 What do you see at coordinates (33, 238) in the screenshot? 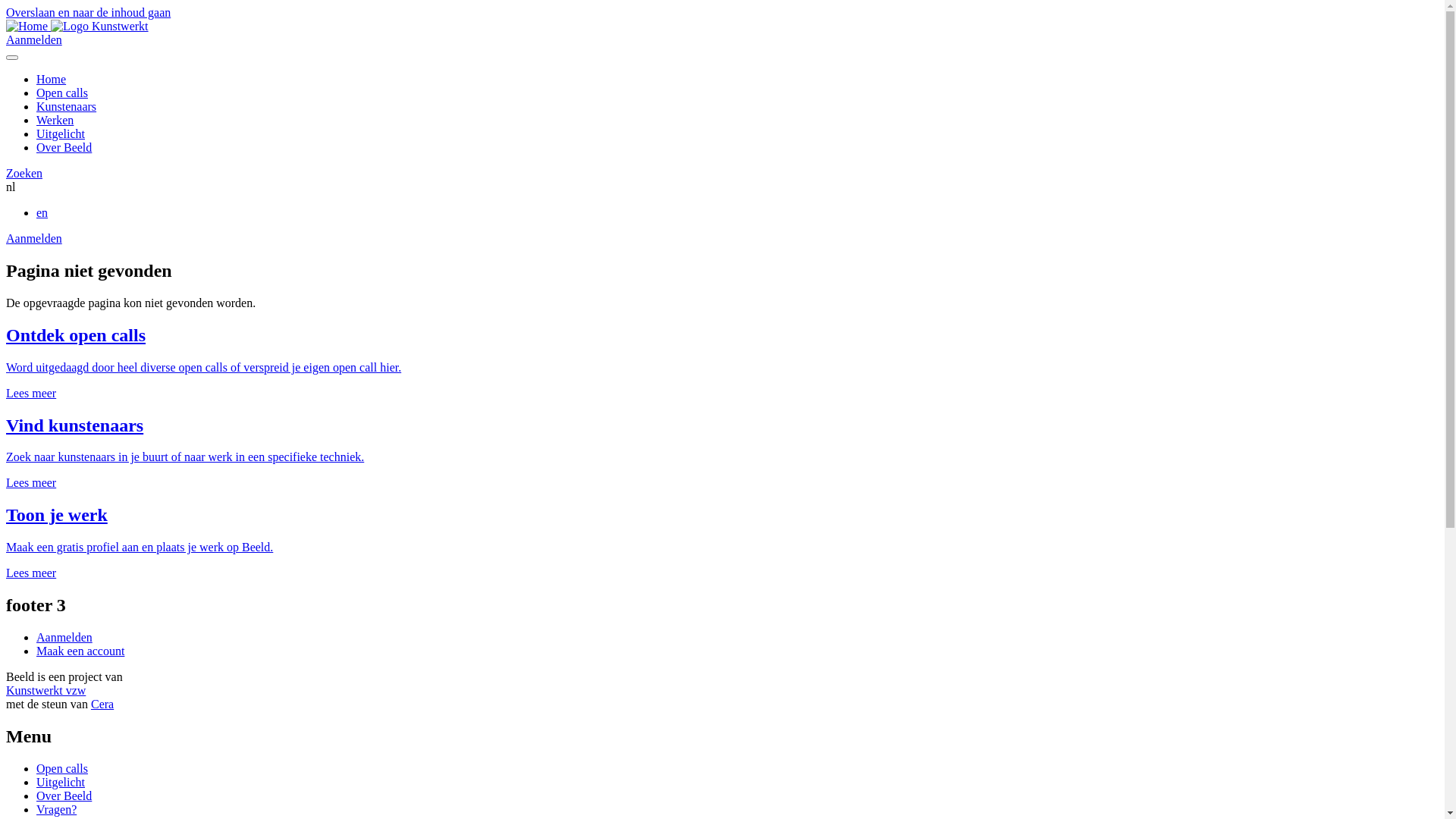
I see `'Aanmelden'` at bounding box center [33, 238].